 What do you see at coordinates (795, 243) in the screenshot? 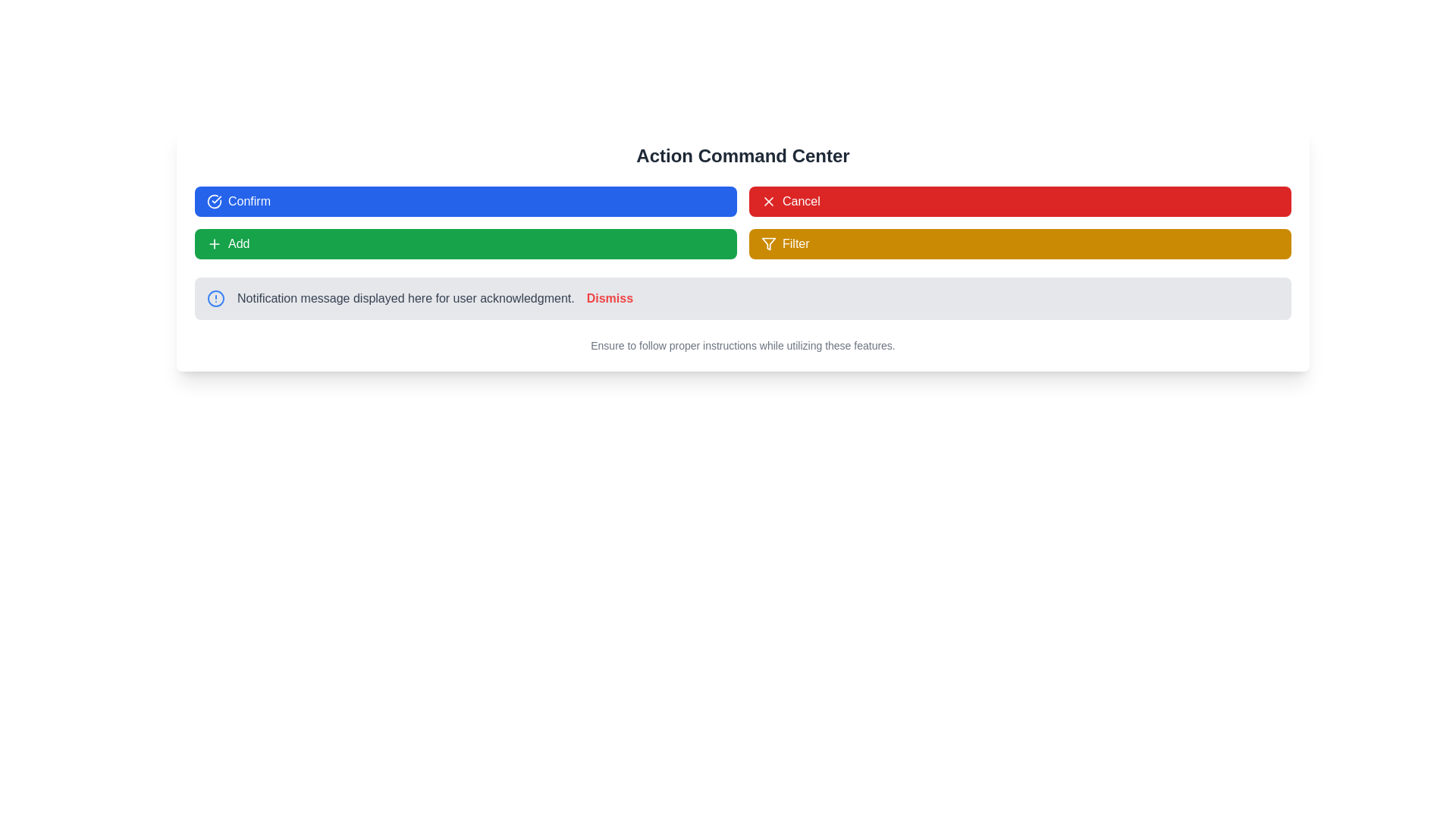
I see `text of the 'Filter' label displayed in white on a yellow-orange button located in the top right area of the control panel interface, adjacent to the 'Add' button` at bounding box center [795, 243].